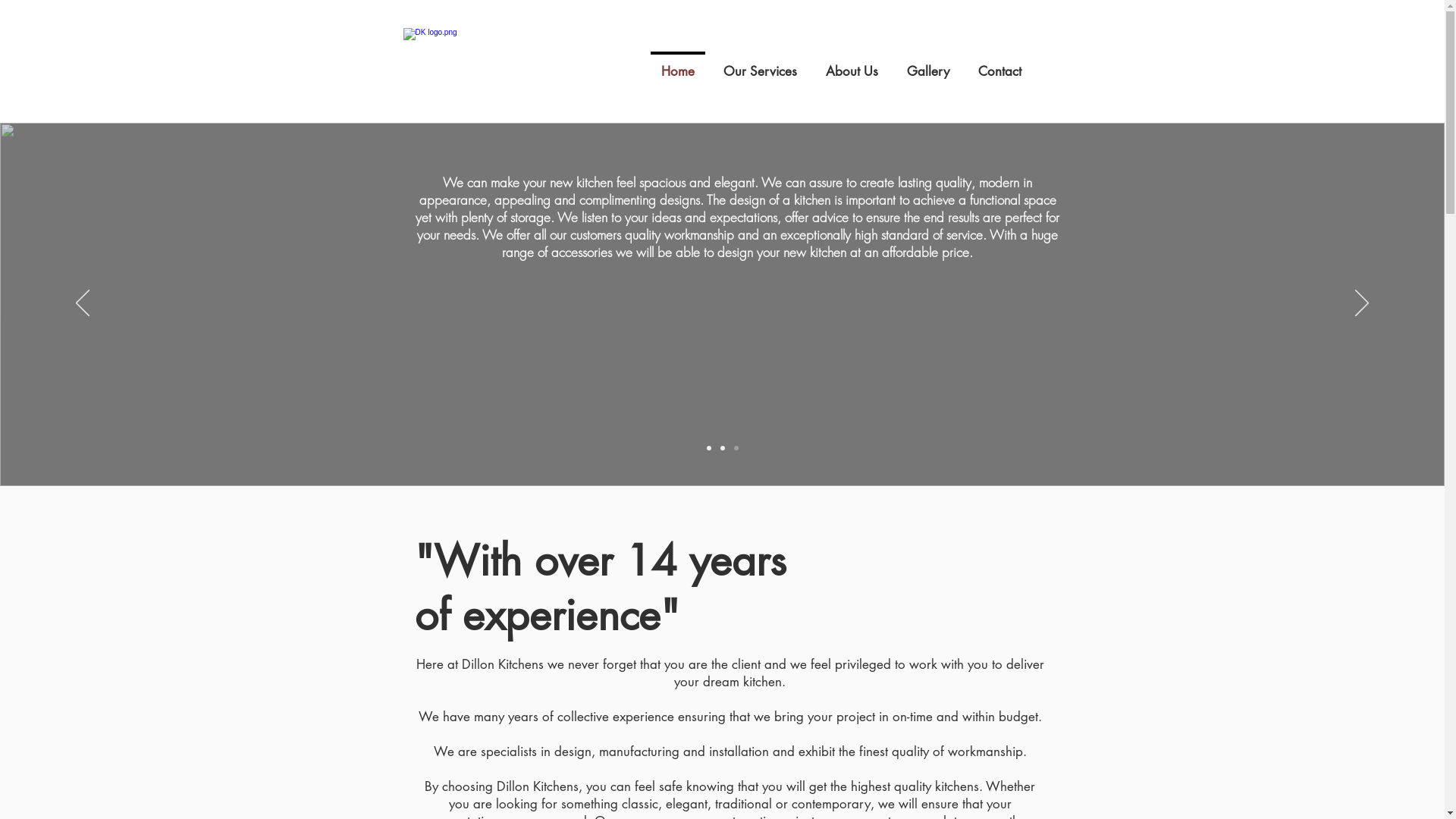 Image resolution: width=1456 pixels, height=819 pixels. Describe the element at coordinates (676, 63) in the screenshot. I see `'Home'` at that location.